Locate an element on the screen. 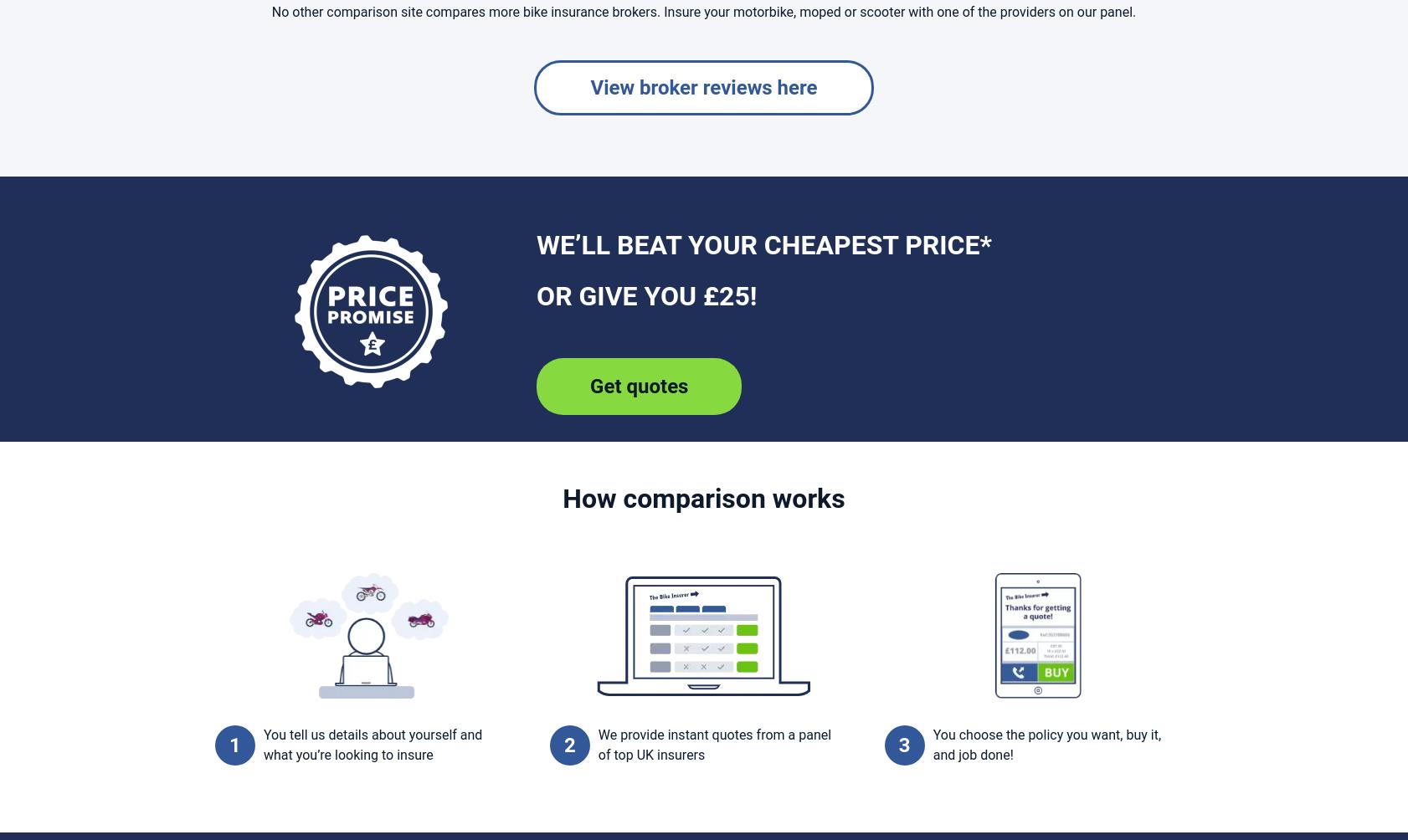 The image size is (1408, 840). '1' is located at coordinates (234, 744).